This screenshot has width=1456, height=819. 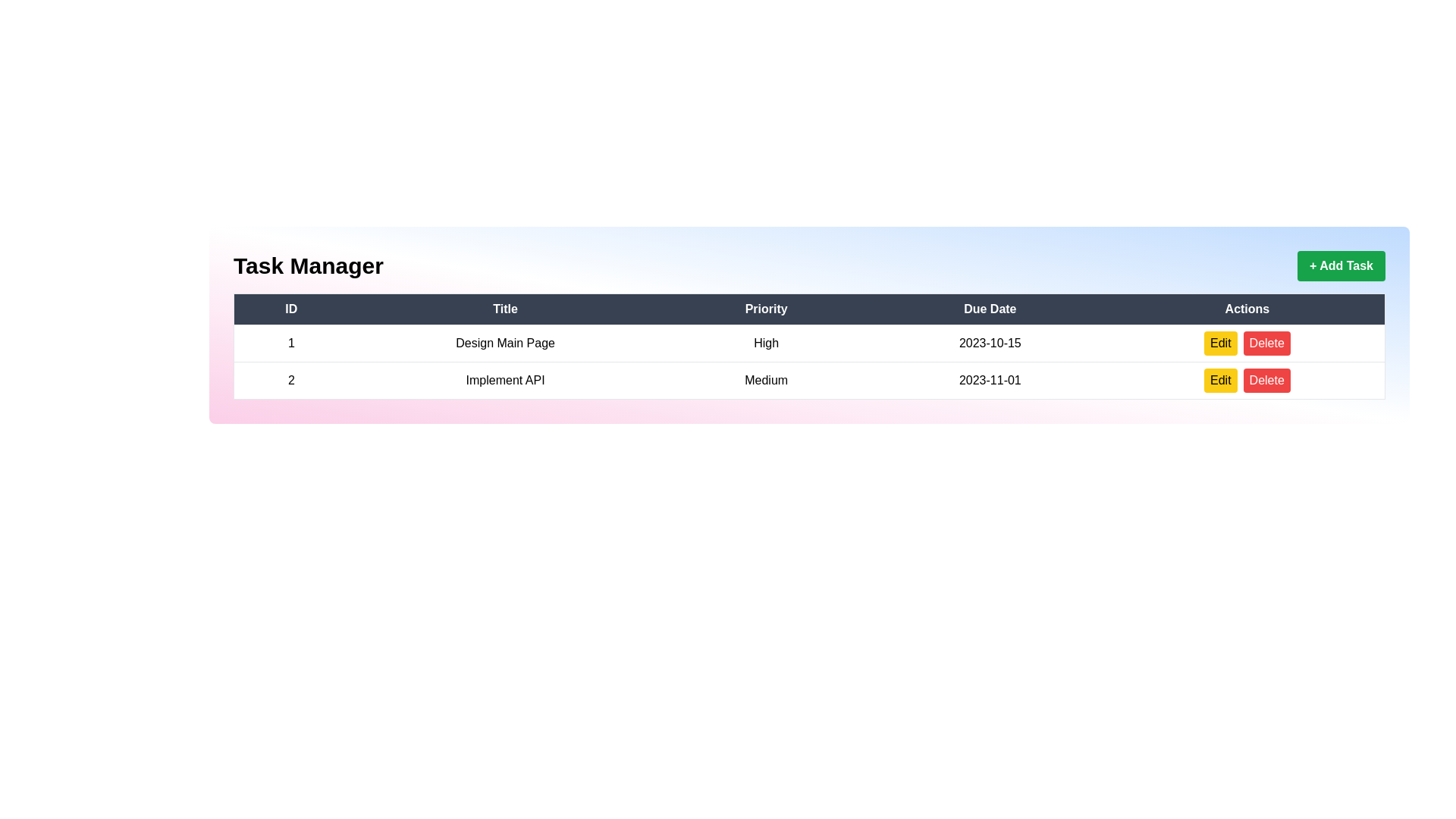 I want to click on the group of buttons labeled 'Edit' and 'Delete', so click(x=1247, y=343).